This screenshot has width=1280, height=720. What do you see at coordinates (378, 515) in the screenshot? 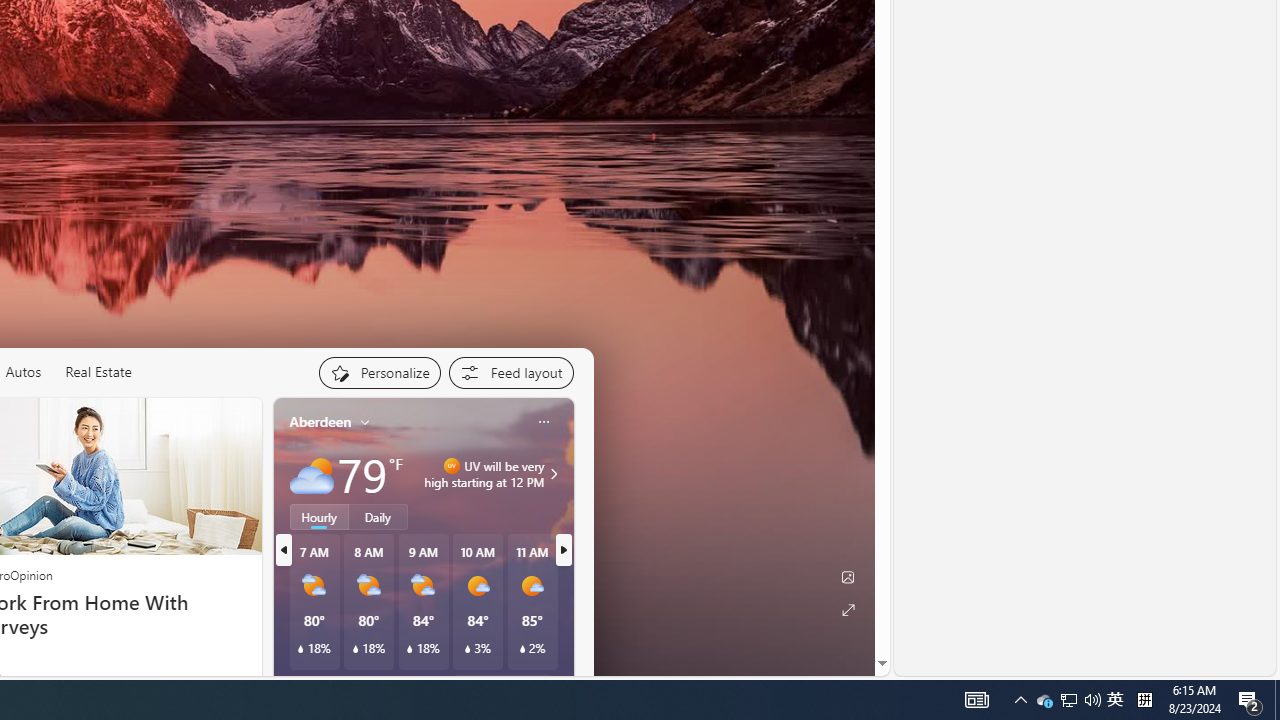
I see `'Daily'` at bounding box center [378, 515].